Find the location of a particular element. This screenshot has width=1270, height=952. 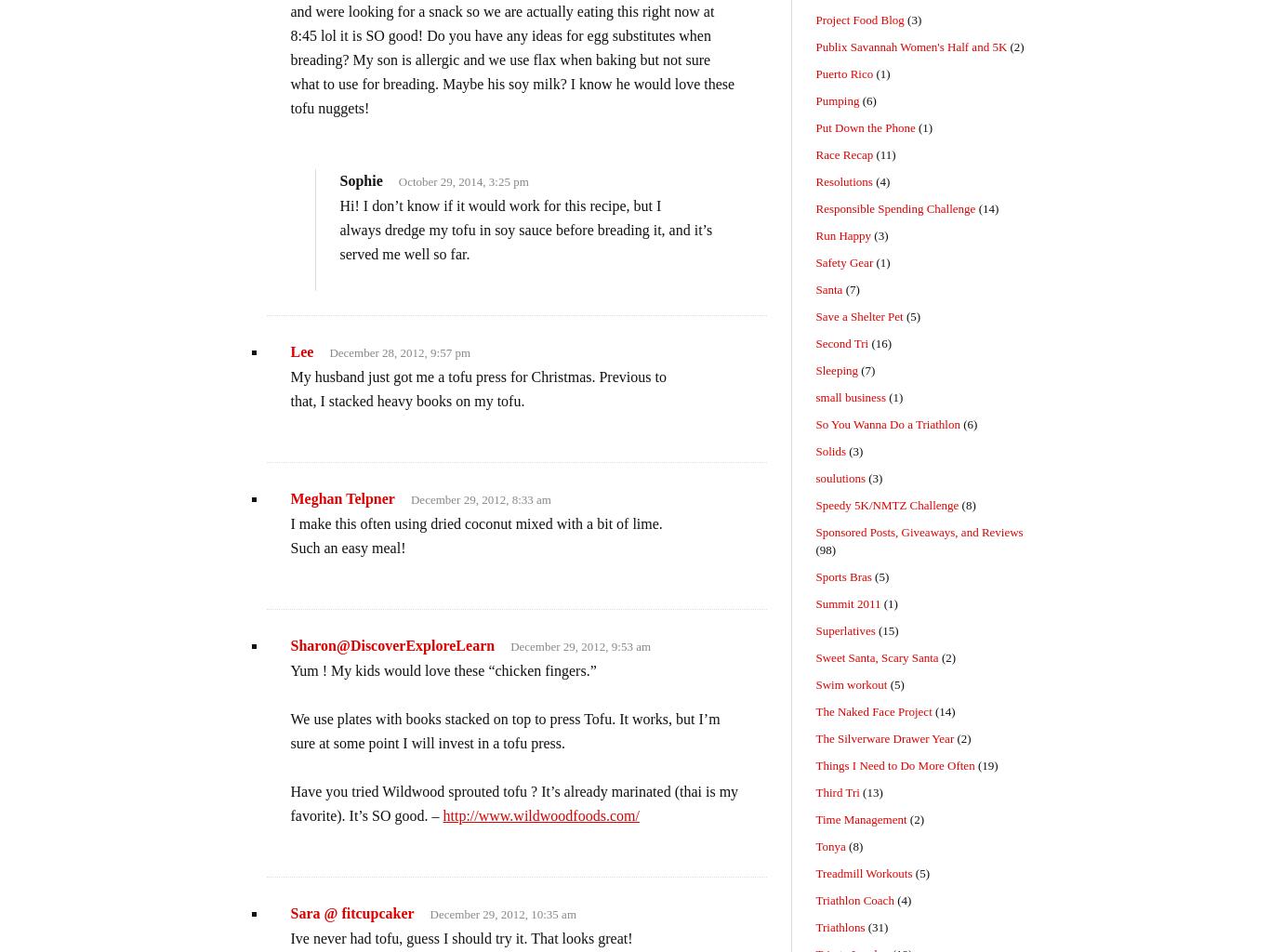

'Sponsored Posts, Giveaways, and Reviews' is located at coordinates (919, 531).